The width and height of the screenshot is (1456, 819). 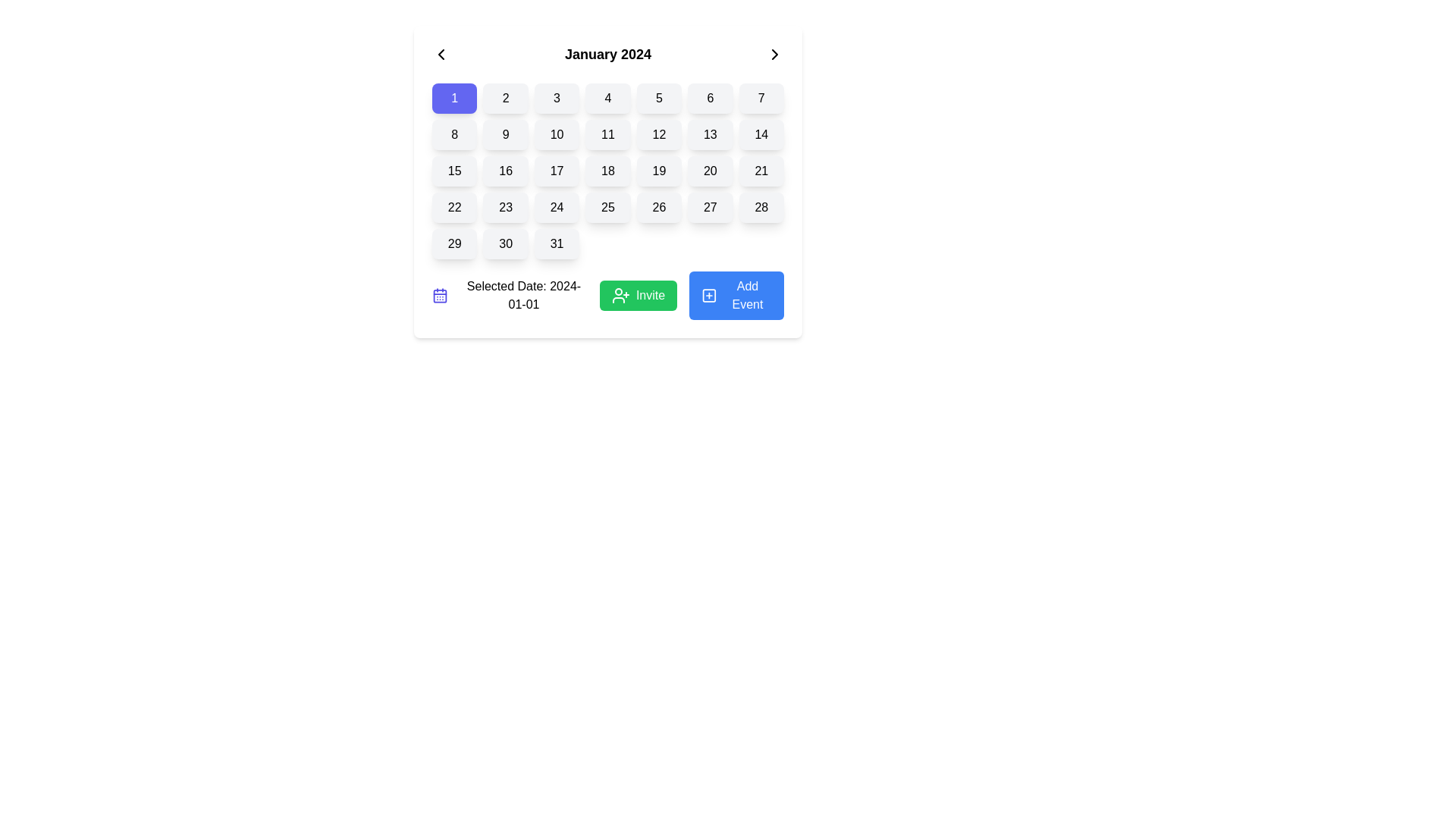 I want to click on the 'Add Event' button, which contains an icon on the left side of its text, so click(x=708, y=295).